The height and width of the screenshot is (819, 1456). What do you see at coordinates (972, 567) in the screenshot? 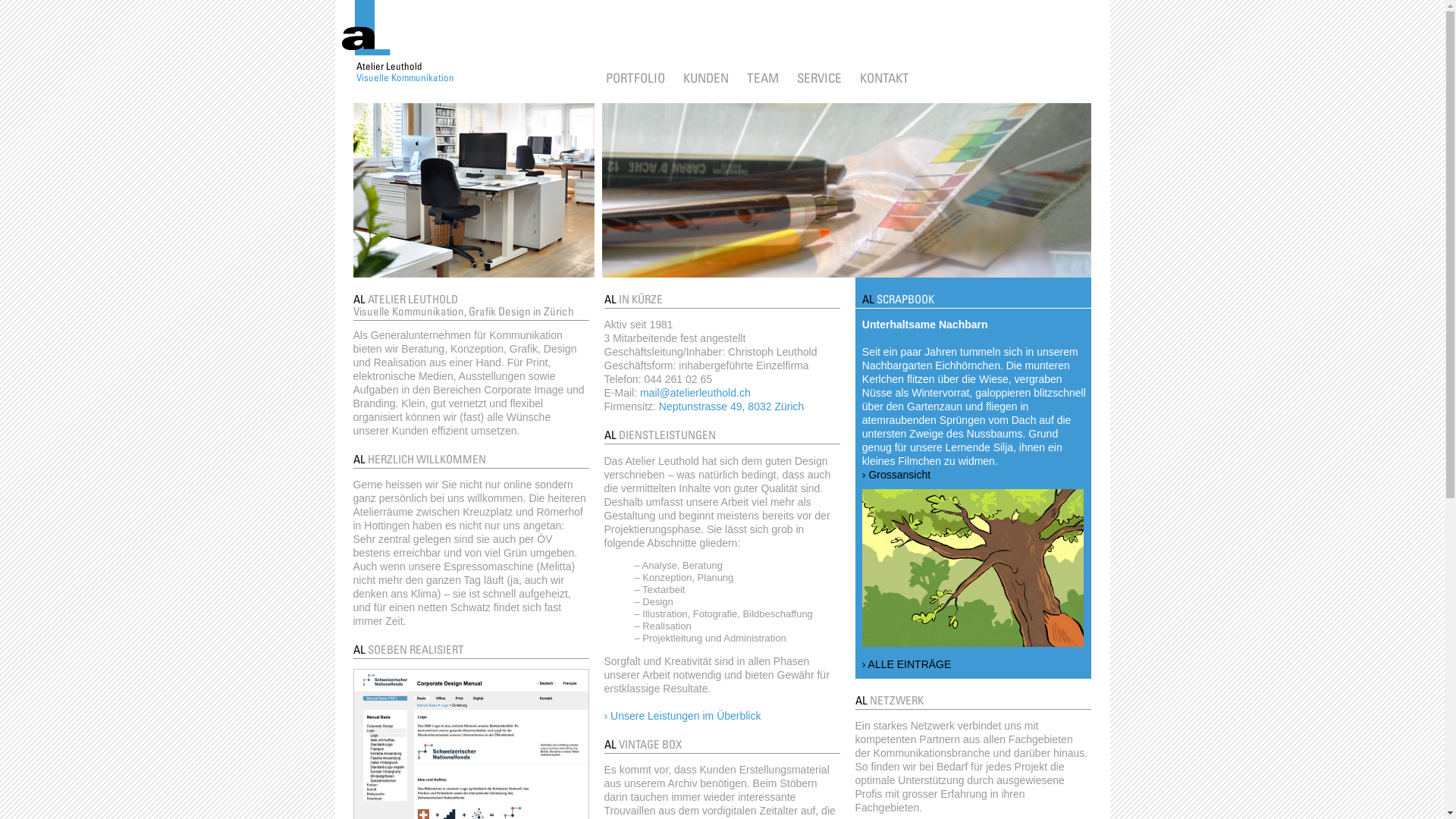
I see `'Aktuell vom Atelier Leuthold Unterhaltsame Nachbarn'` at bounding box center [972, 567].